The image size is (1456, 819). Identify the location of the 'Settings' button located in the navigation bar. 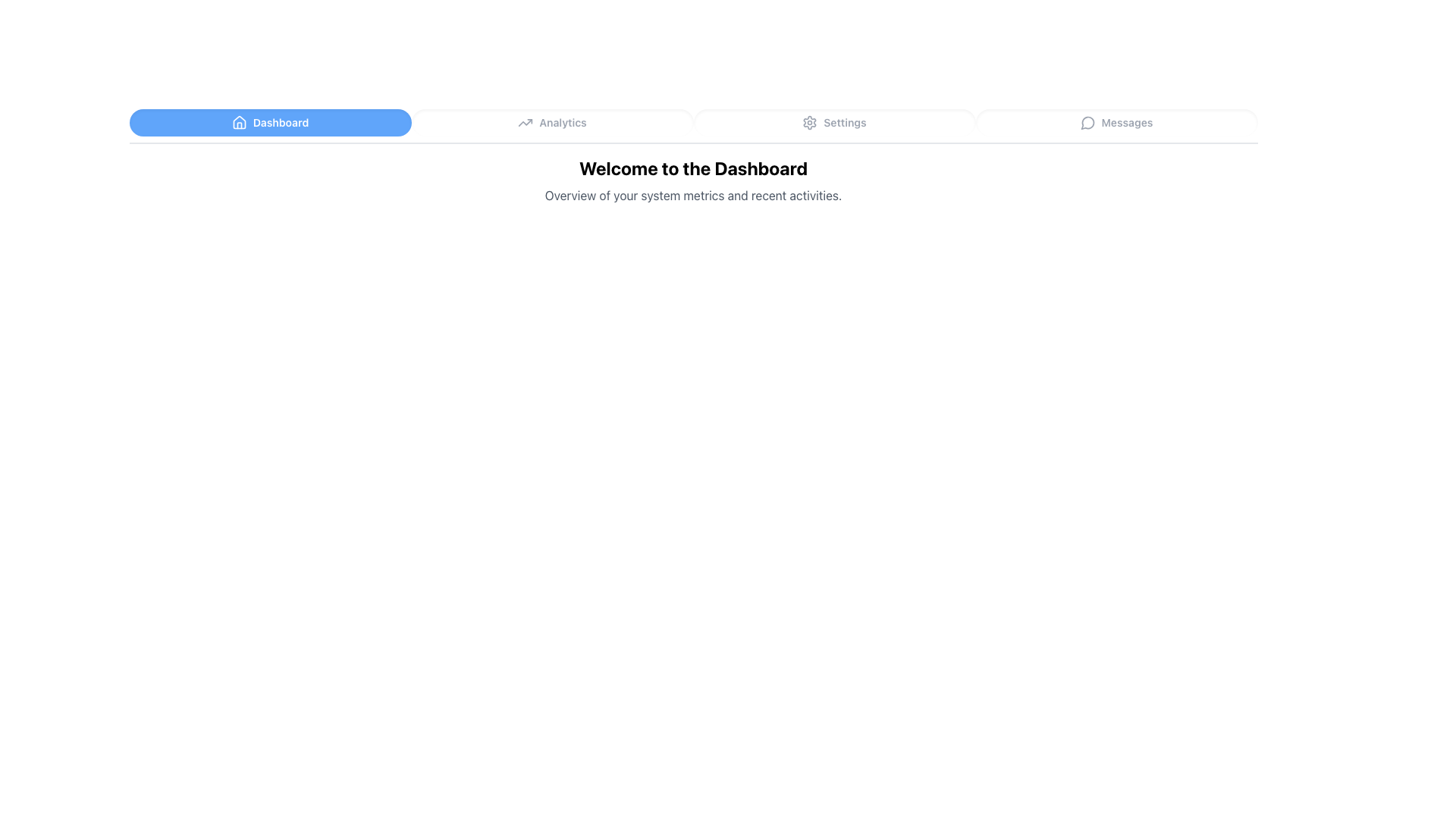
(833, 122).